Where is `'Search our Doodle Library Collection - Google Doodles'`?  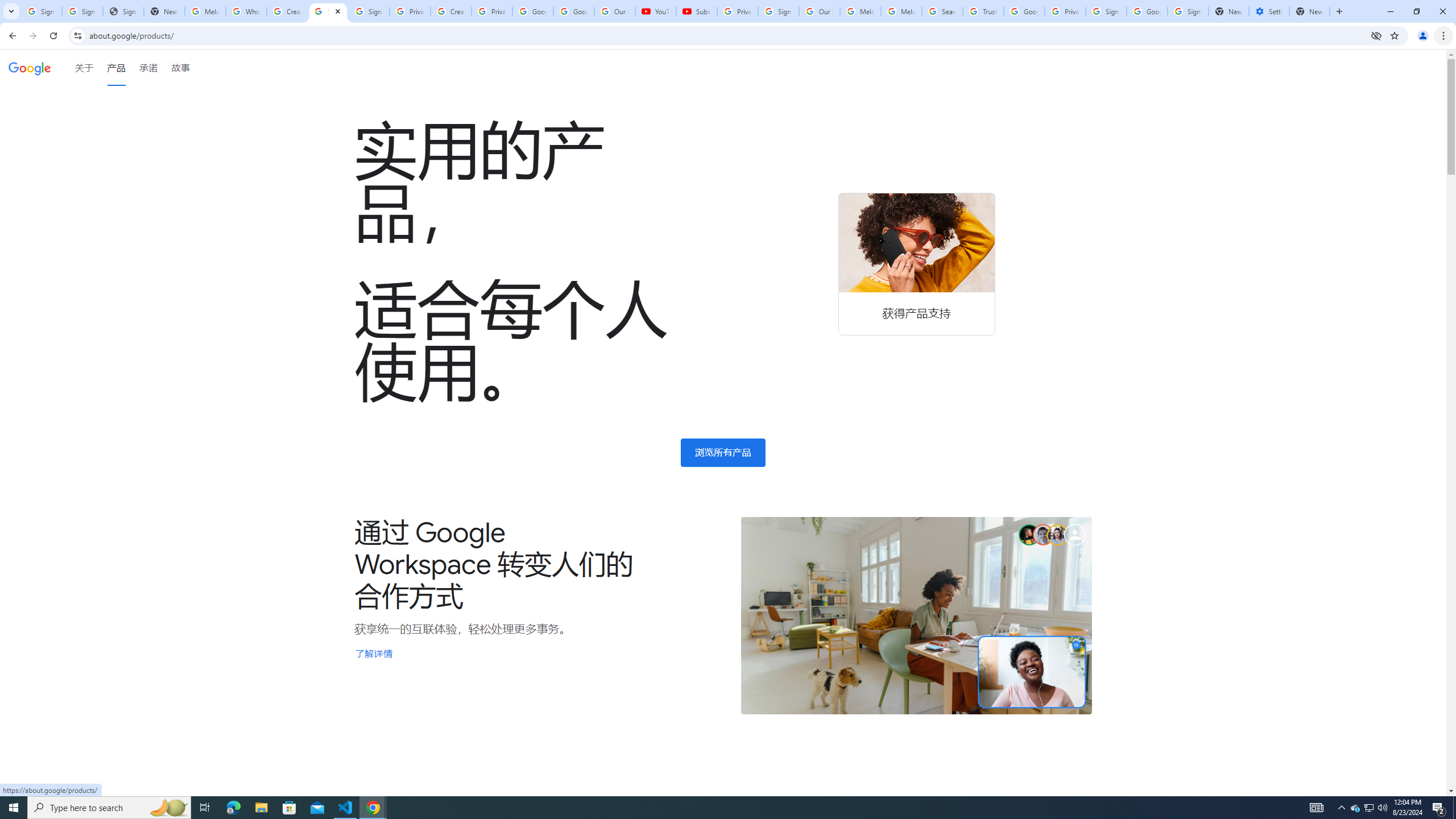
'Search our Doodle Library Collection - Google Doodles' is located at coordinates (942, 11).